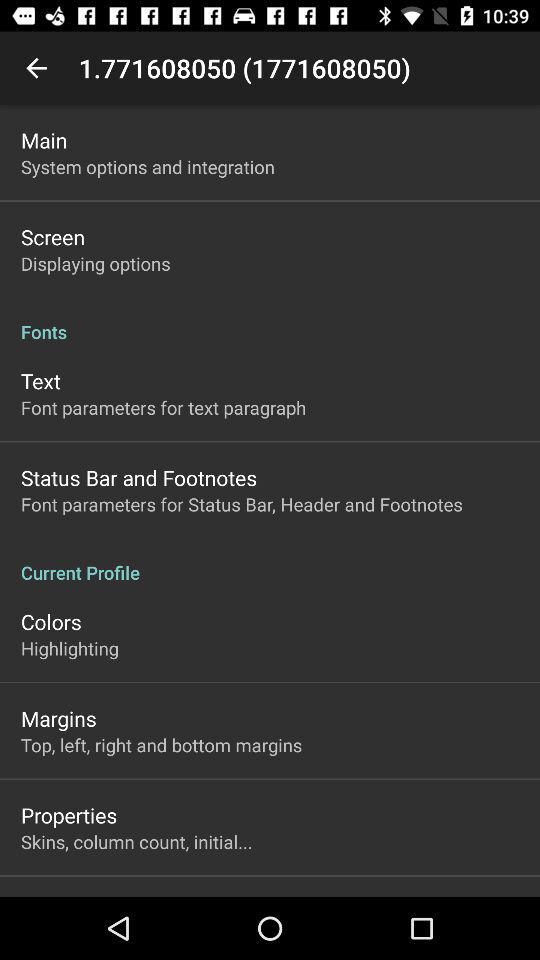  What do you see at coordinates (68, 647) in the screenshot?
I see `the item above margins icon` at bounding box center [68, 647].